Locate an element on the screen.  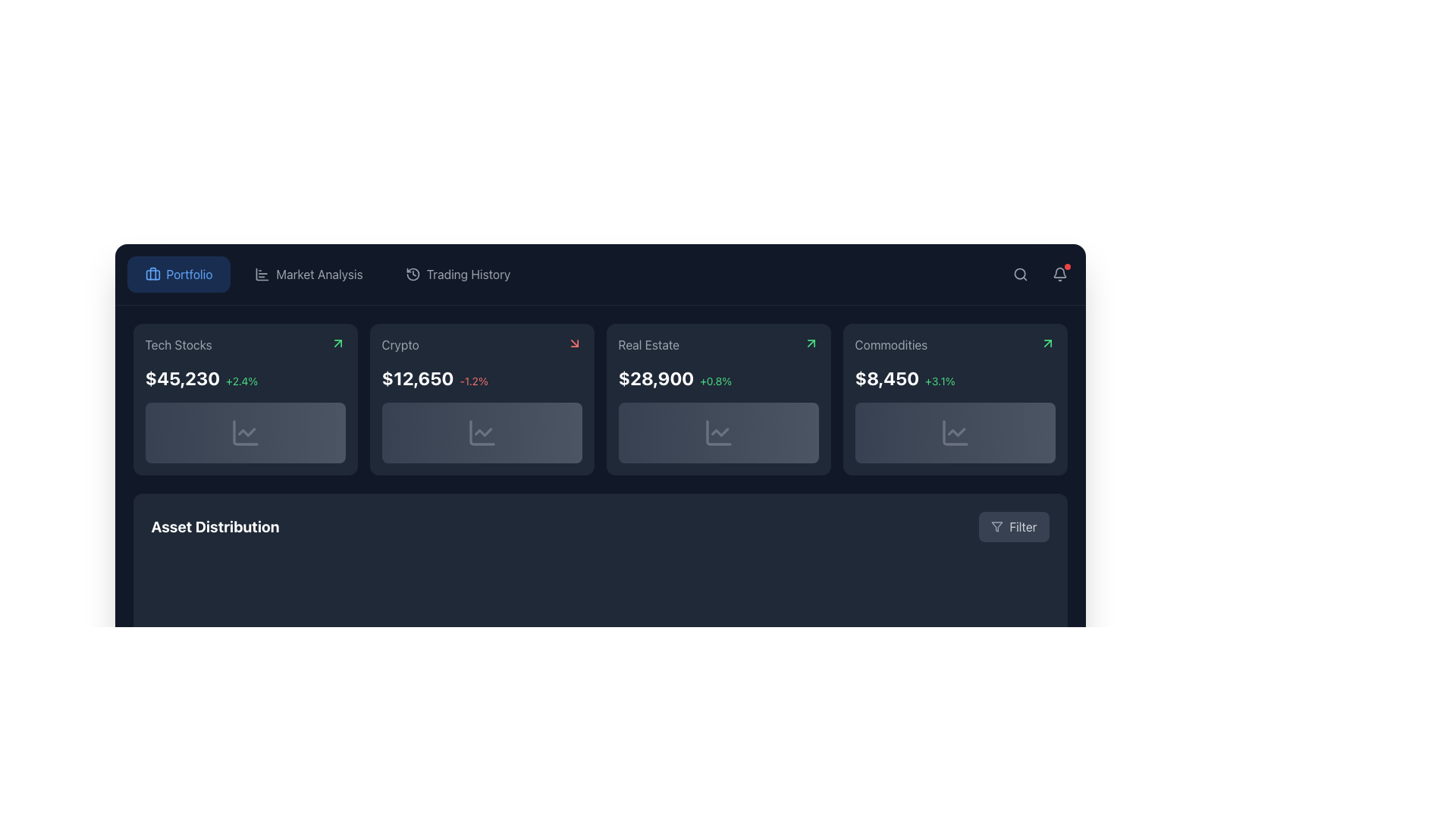
the vector graphic segment representing data trends in the 'Commodities' section of the dashboard interface, located in the fourth card of the top row is located at coordinates (954, 432).